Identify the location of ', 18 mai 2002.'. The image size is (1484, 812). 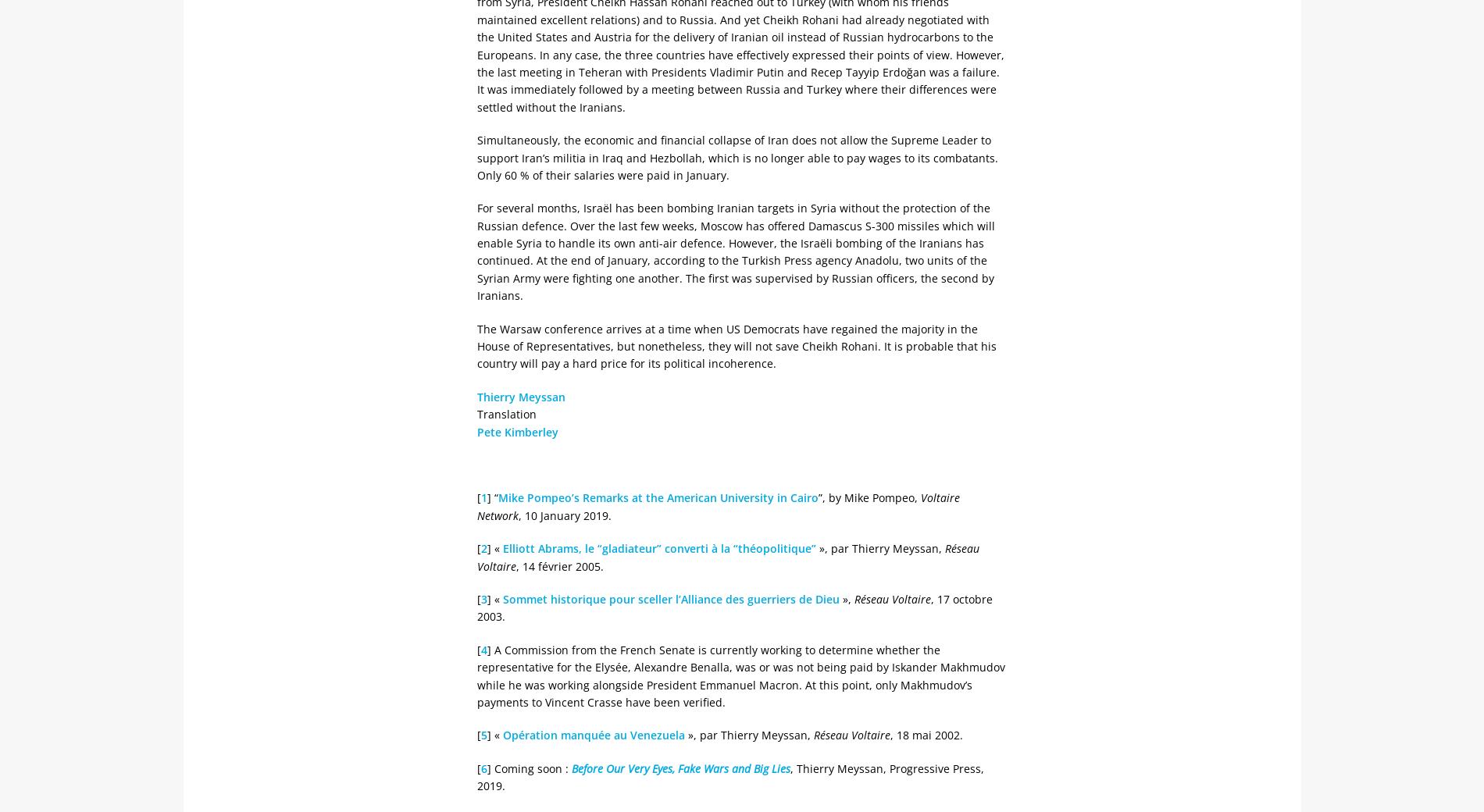
(890, 735).